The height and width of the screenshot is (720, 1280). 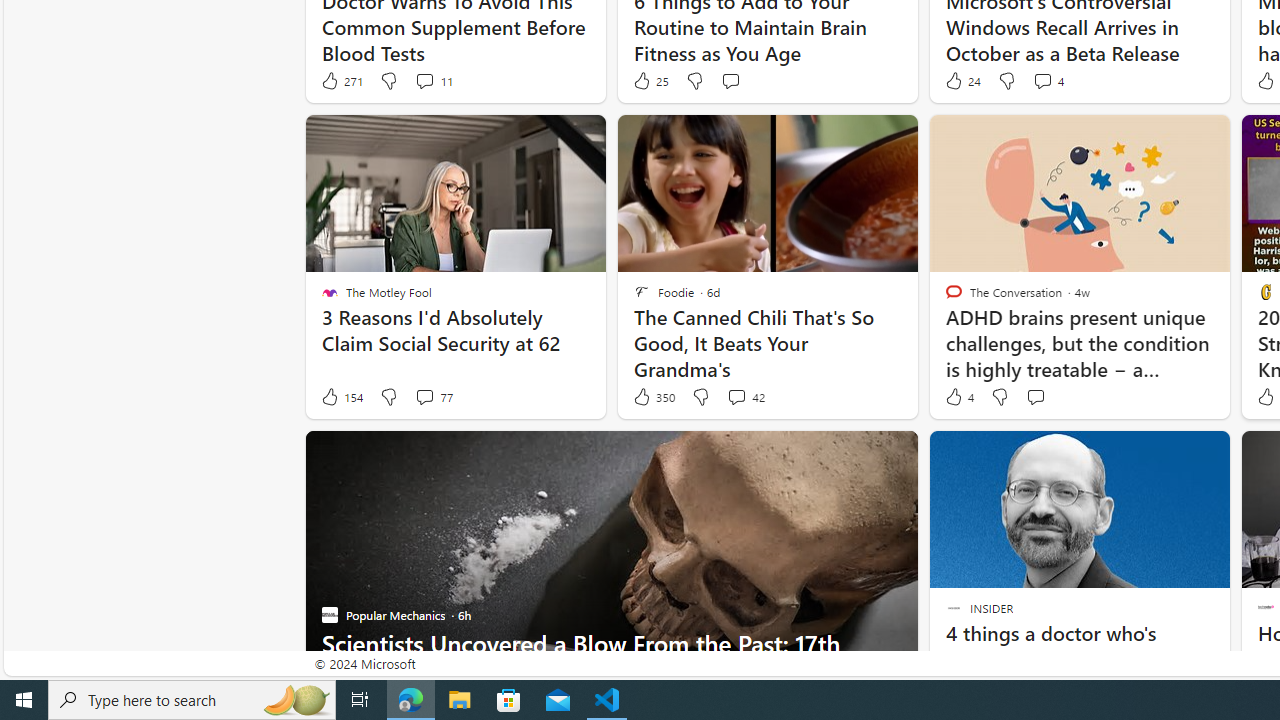 What do you see at coordinates (432, 397) in the screenshot?
I see `'View comments 77 Comment'` at bounding box center [432, 397].